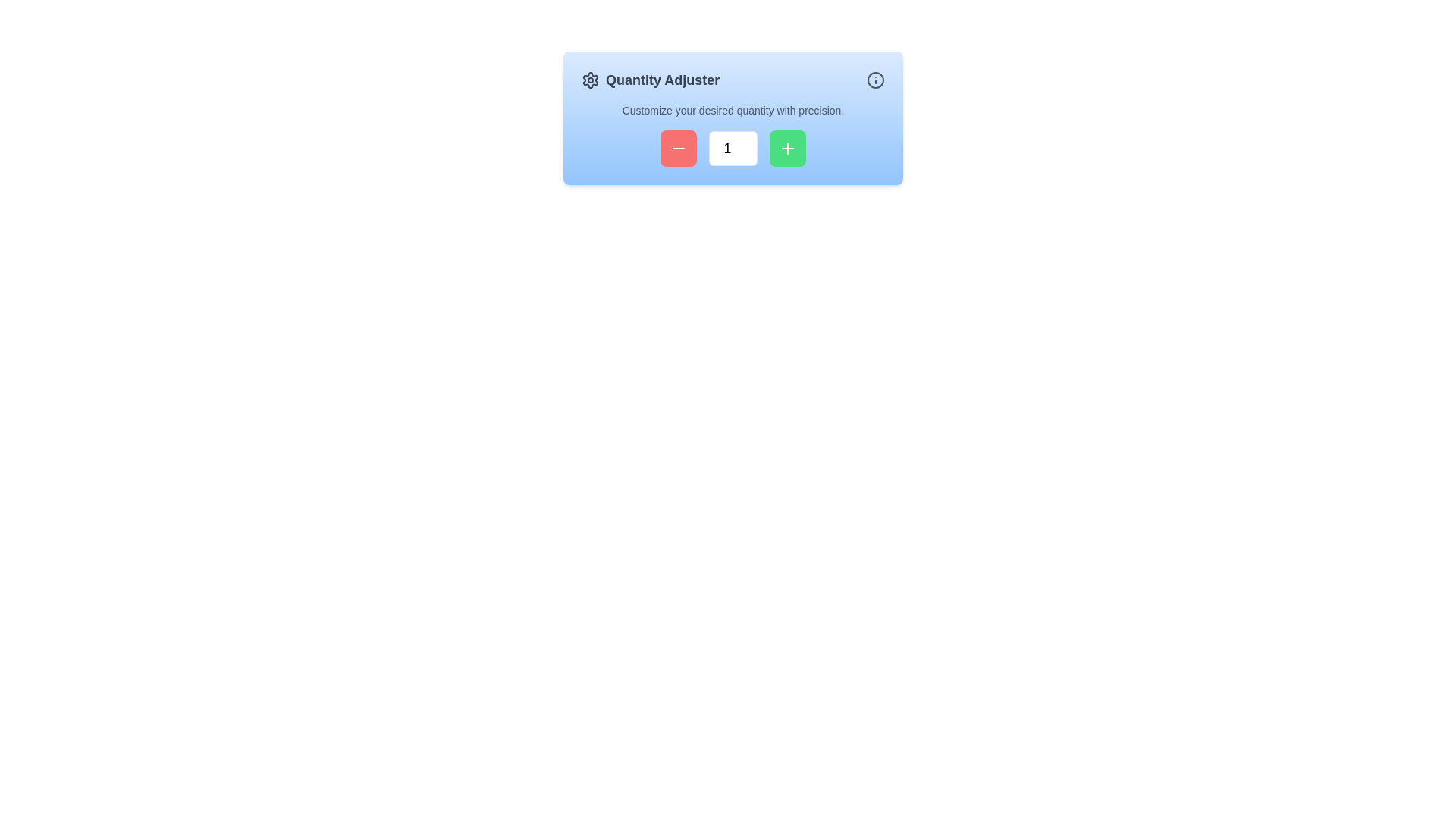 The width and height of the screenshot is (1456, 819). Describe the element at coordinates (787, 149) in the screenshot. I see `the green button with a white plus sign symbol at its center to increment a value` at that location.